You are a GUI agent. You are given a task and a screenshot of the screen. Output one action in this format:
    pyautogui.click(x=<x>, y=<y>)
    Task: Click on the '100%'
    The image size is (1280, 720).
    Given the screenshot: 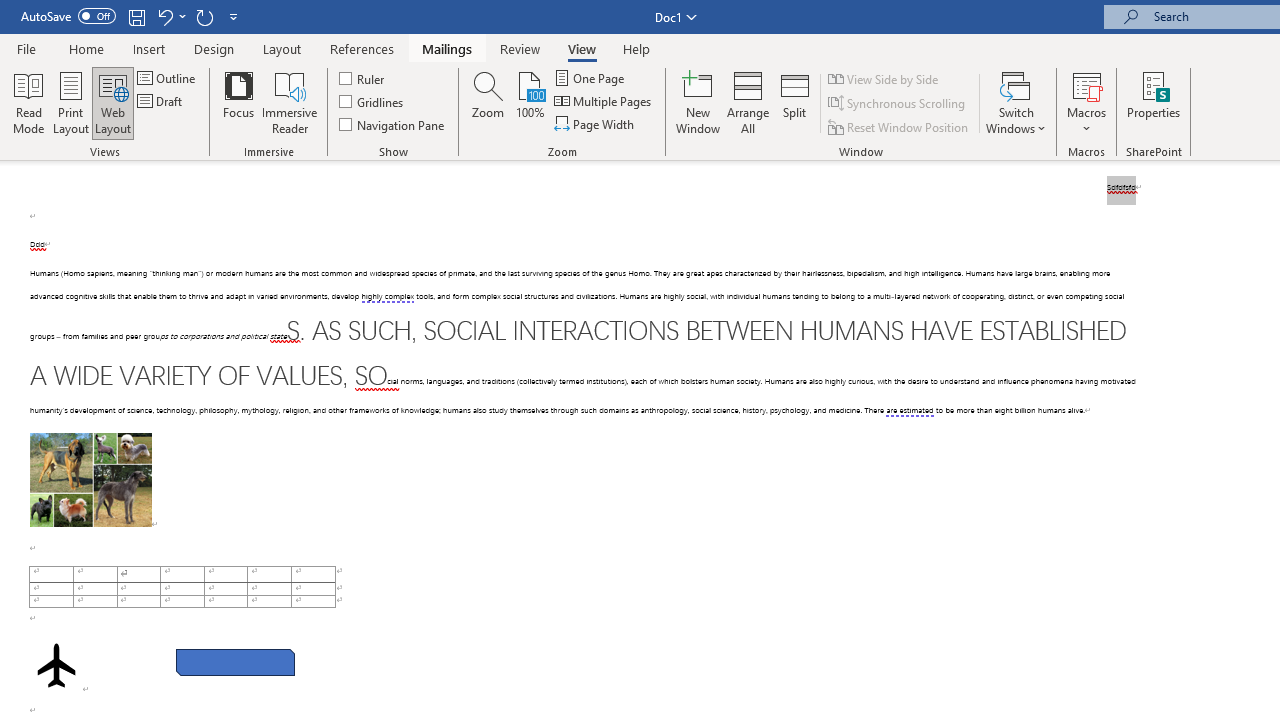 What is the action you would take?
    pyautogui.click(x=529, y=103)
    